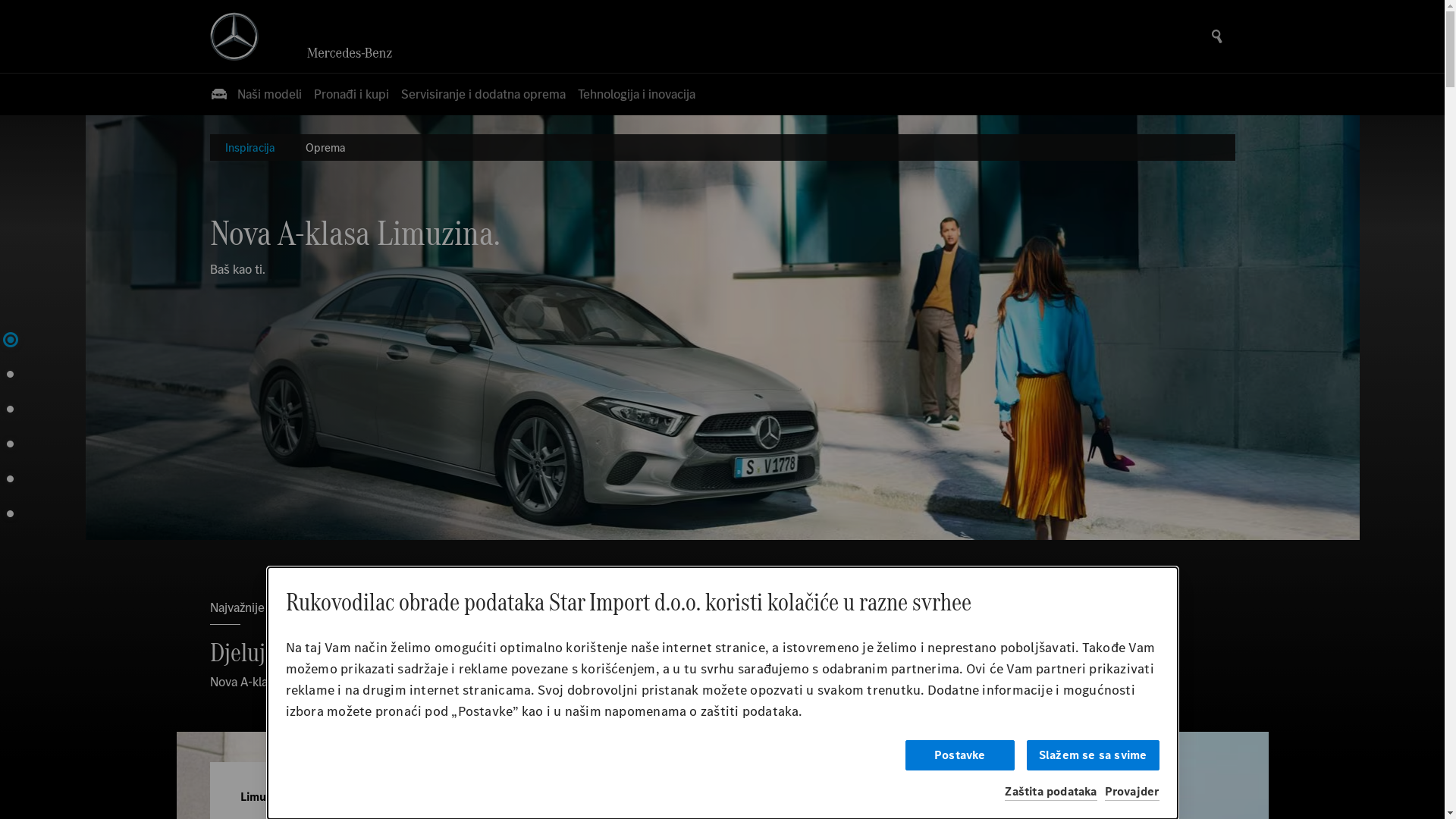 The width and height of the screenshot is (1456, 819). What do you see at coordinates (482, 93) in the screenshot?
I see `'Servisiranje i dodatna oprema'` at bounding box center [482, 93].